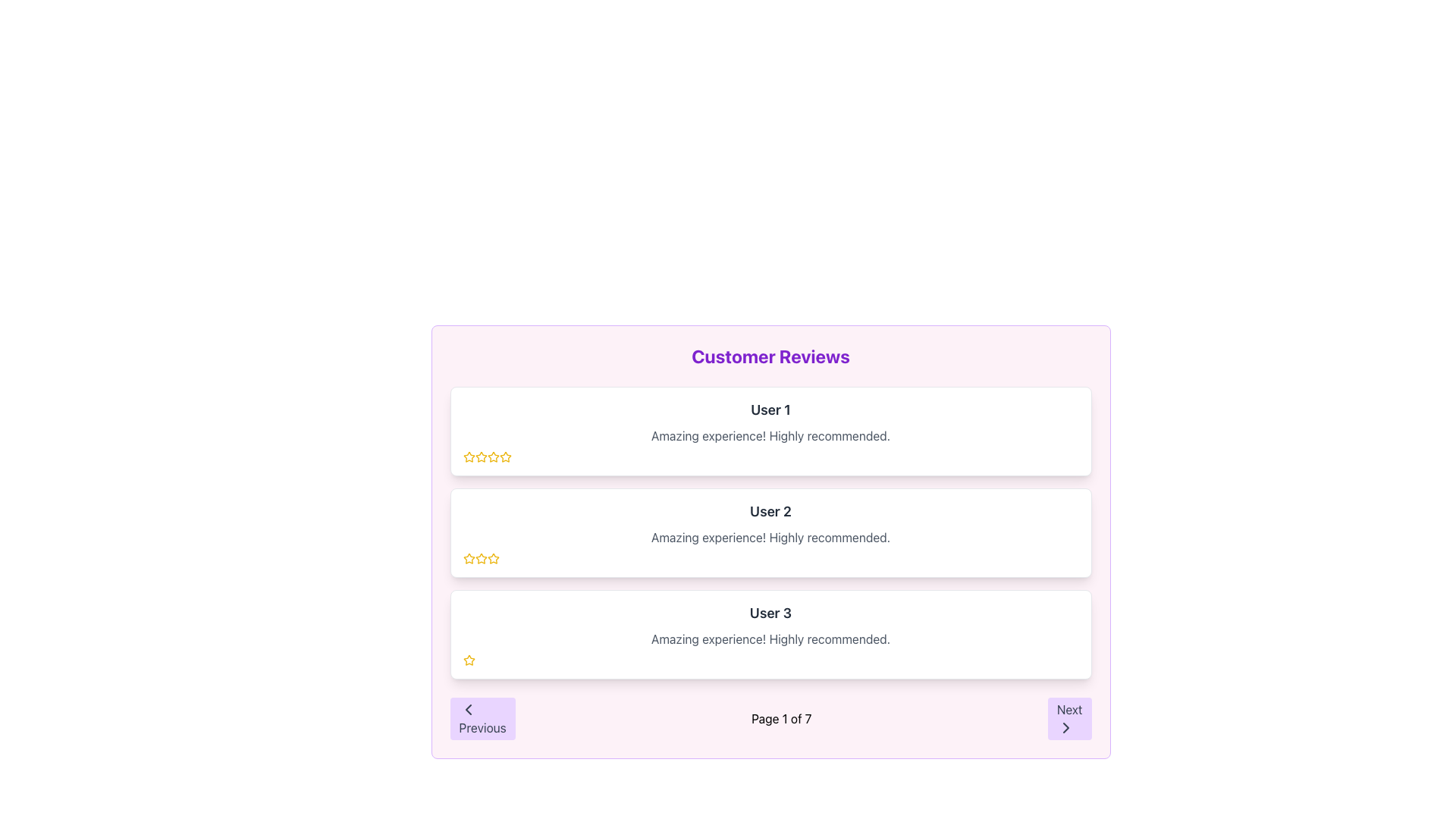 The image size is (1456, 819). What do you see at coordinates (480, 558) in the screenshot?
I see `the second star icon in the 5-star rating system for 'User 2', which visually indicates the review score` at bounding box center [480, 558].